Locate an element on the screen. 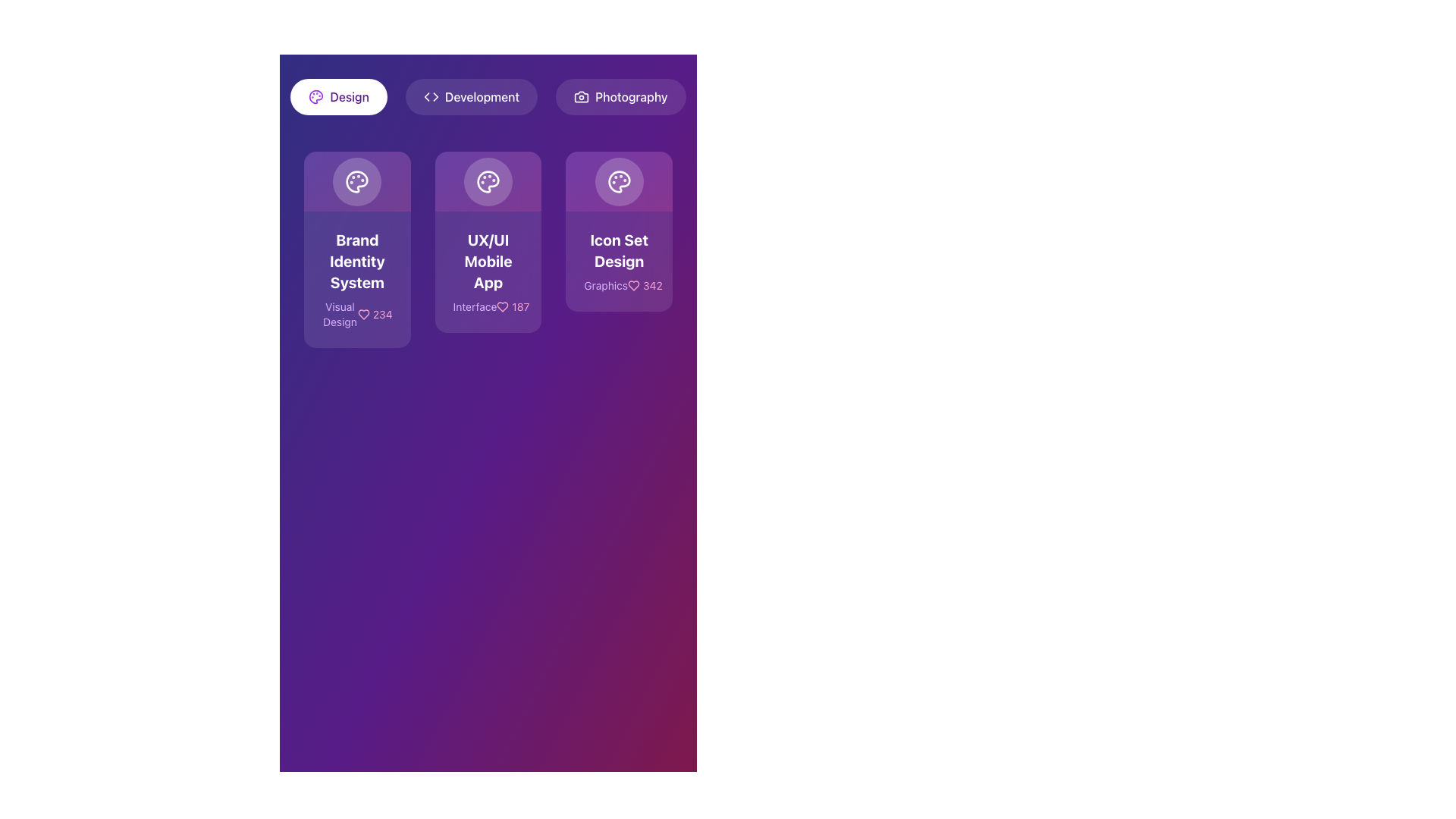 The image size is (1456, 819). information displayed in the text element located at the bottom part of the 'UX/UI Mobile App' card, which contains inline iconography is located at coordinates (488, 307).